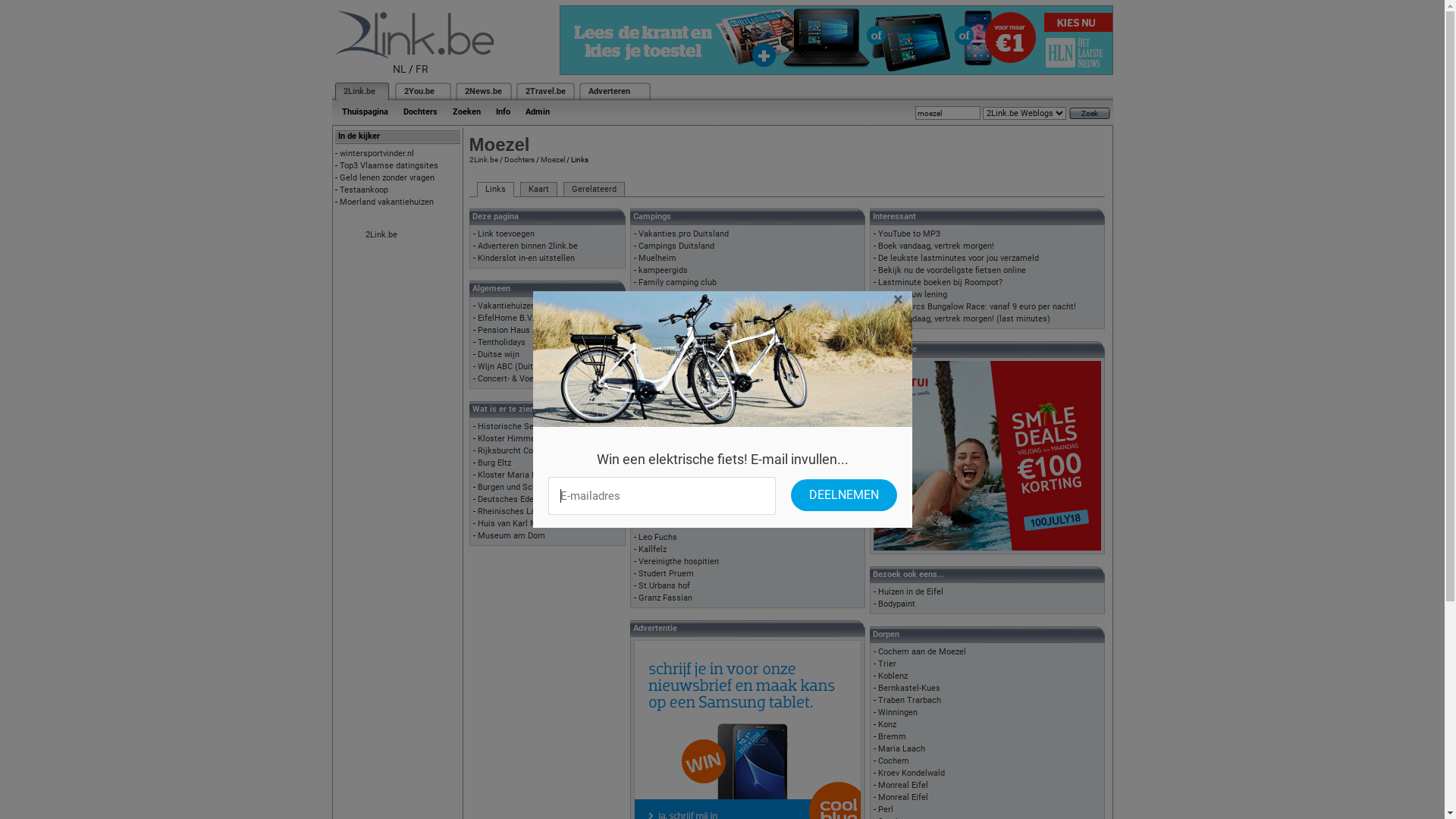 The height and width of the screenshot is (819, 1456). Describe the element at coordinates (609, 91) in the screenshot. I see `'Adverteren'` at that location.